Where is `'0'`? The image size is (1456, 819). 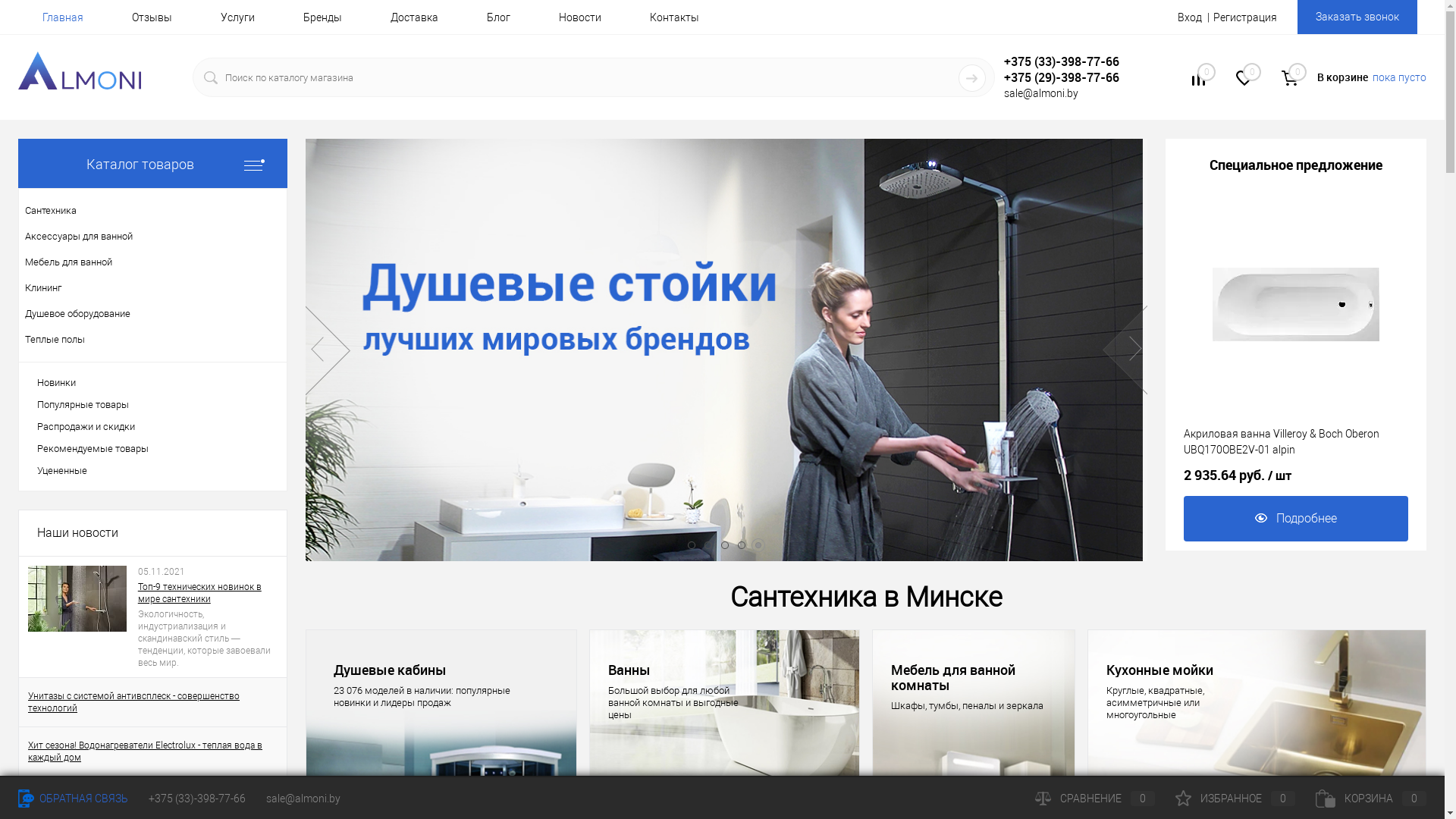
'0' is located at coordinates (1288, 78).